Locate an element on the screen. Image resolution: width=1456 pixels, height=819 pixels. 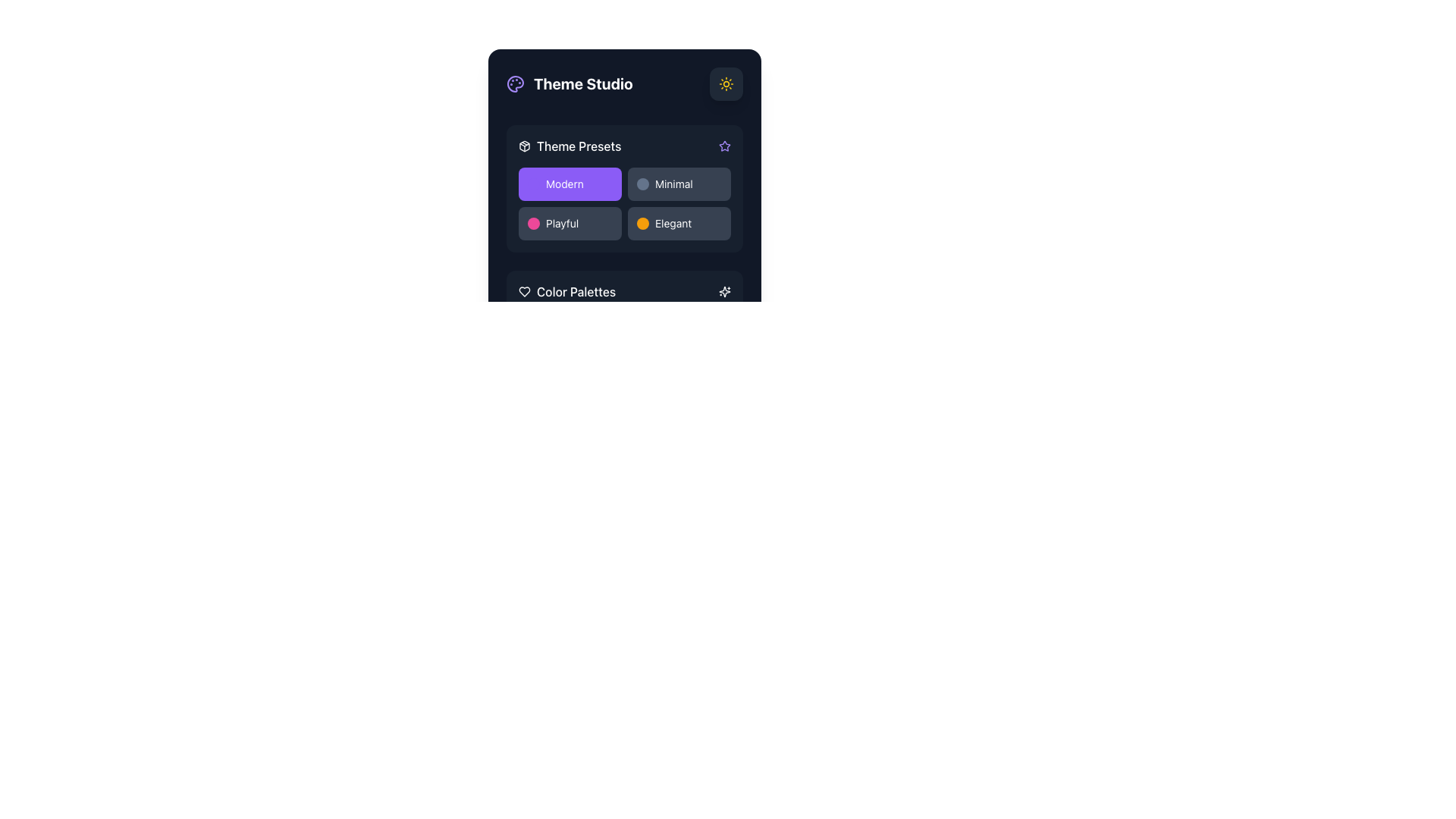
the SVG-based icon displaying a painter's palette is located at coordinates (516, 84).